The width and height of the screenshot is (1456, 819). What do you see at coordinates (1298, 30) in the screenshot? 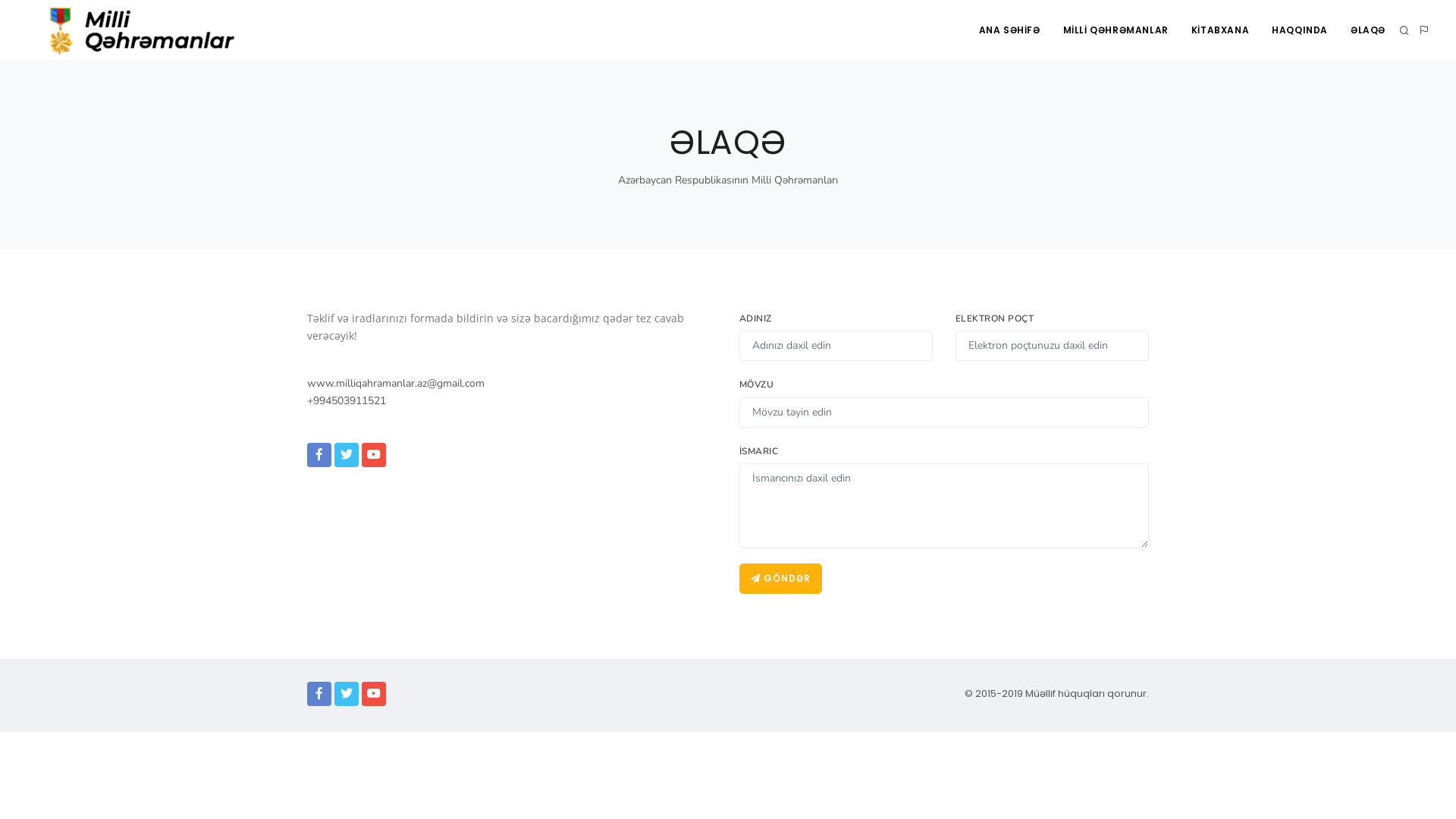
I see `'HAQQINDA'` at bounding box center [1298, 30].